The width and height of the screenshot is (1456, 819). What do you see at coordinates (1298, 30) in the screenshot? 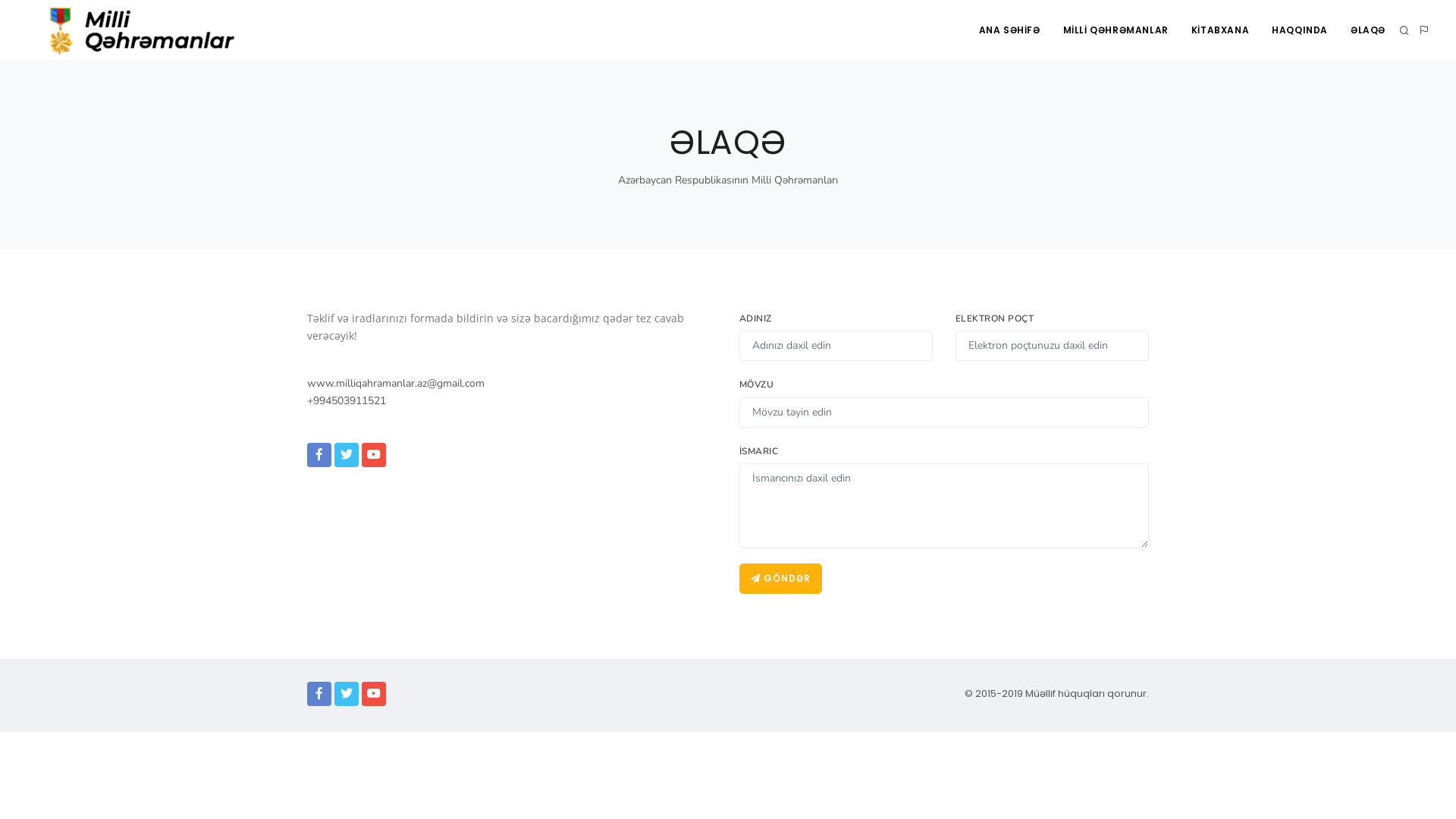
I see `'HAQQINDA'` at bounding box center [1298, 30].